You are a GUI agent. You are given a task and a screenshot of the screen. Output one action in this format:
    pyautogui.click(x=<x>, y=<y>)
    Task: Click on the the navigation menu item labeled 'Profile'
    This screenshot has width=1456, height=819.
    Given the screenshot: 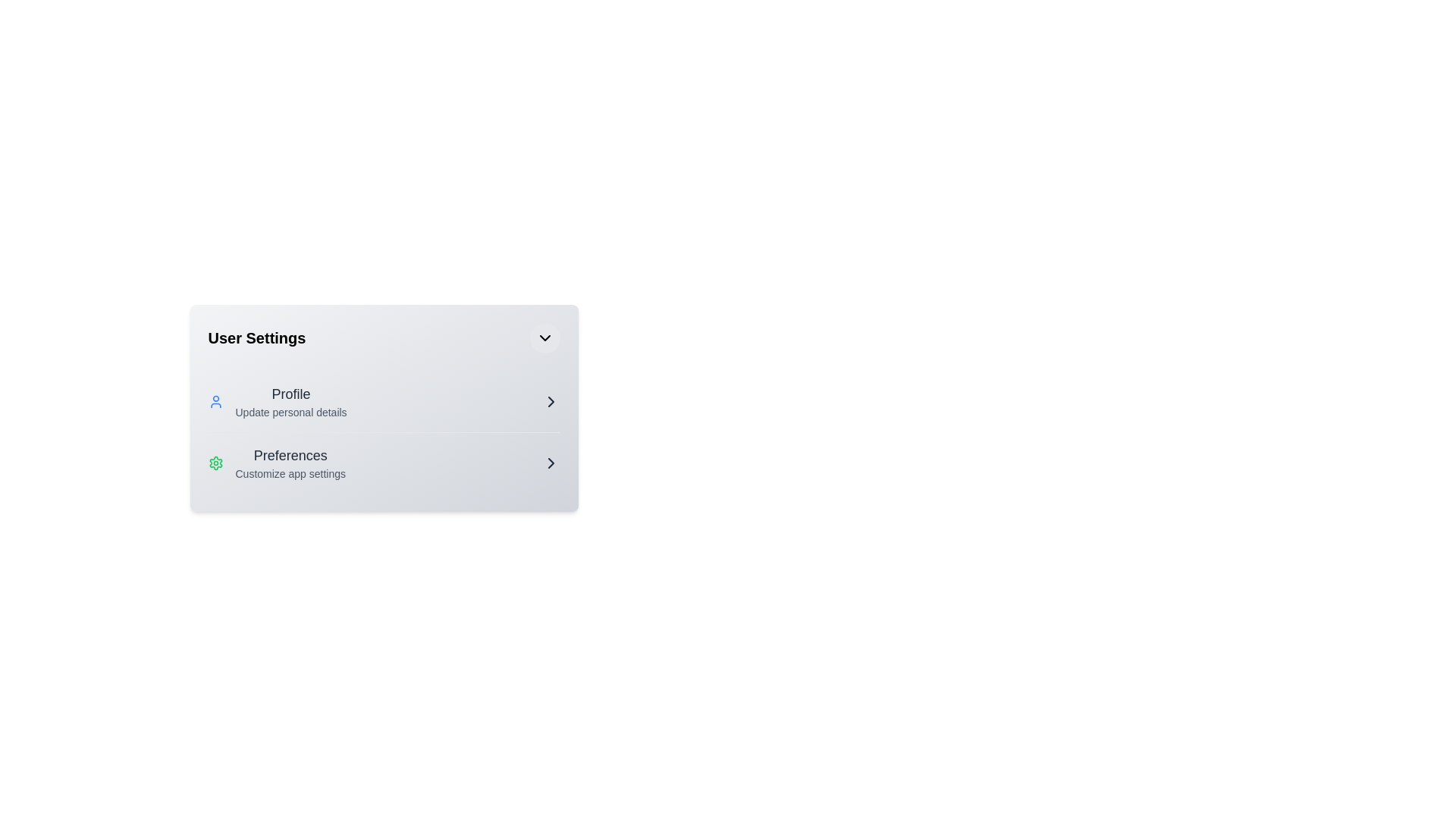 What is the action you would take?
    pyautogui.click(x=384, y=400)
    